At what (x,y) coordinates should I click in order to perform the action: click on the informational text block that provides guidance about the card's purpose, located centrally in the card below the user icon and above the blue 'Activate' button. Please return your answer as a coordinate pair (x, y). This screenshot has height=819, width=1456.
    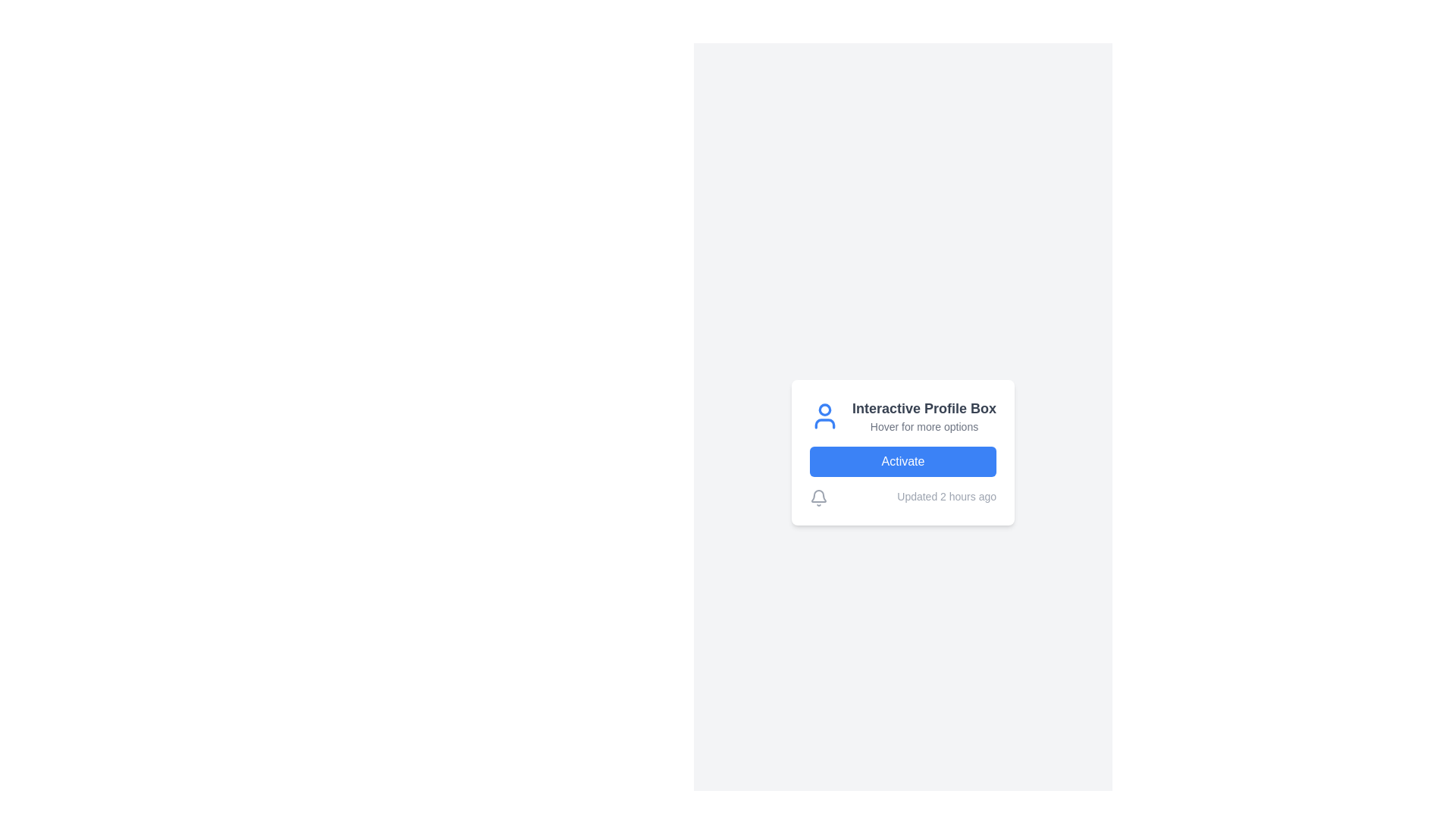
    Looking at the image, I should click on (924, 416).